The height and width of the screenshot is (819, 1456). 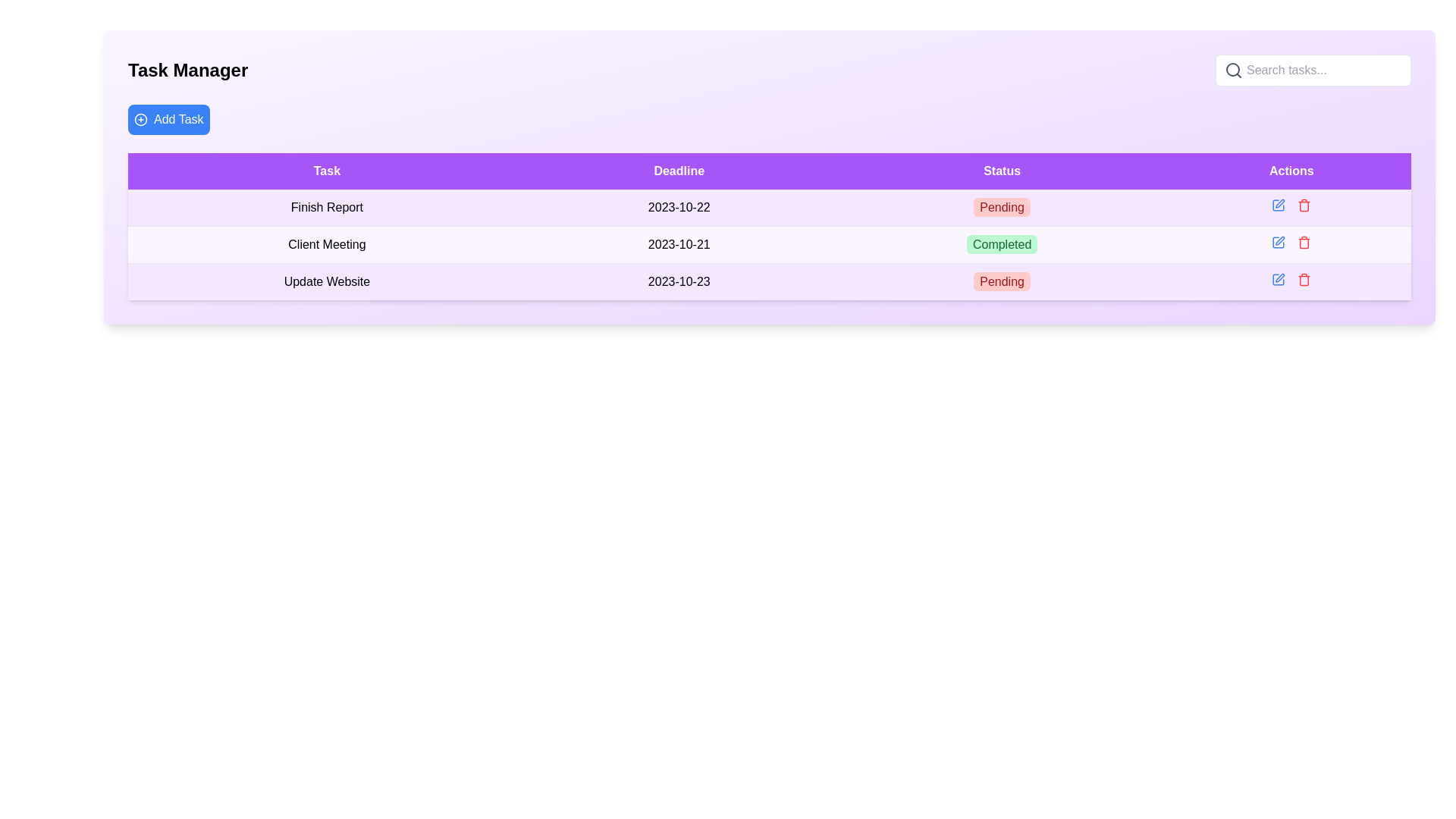 What do you see at coordinates (678, 208) in the screenshot?
I see `displayed date '2023-10-22' from the Text label located in the second row under the 'Deadline' column of the table, which is centrally aligned with the task name 'Finish Report' on the left and status 'Pending' on the right` at bounding box center [678, 208].